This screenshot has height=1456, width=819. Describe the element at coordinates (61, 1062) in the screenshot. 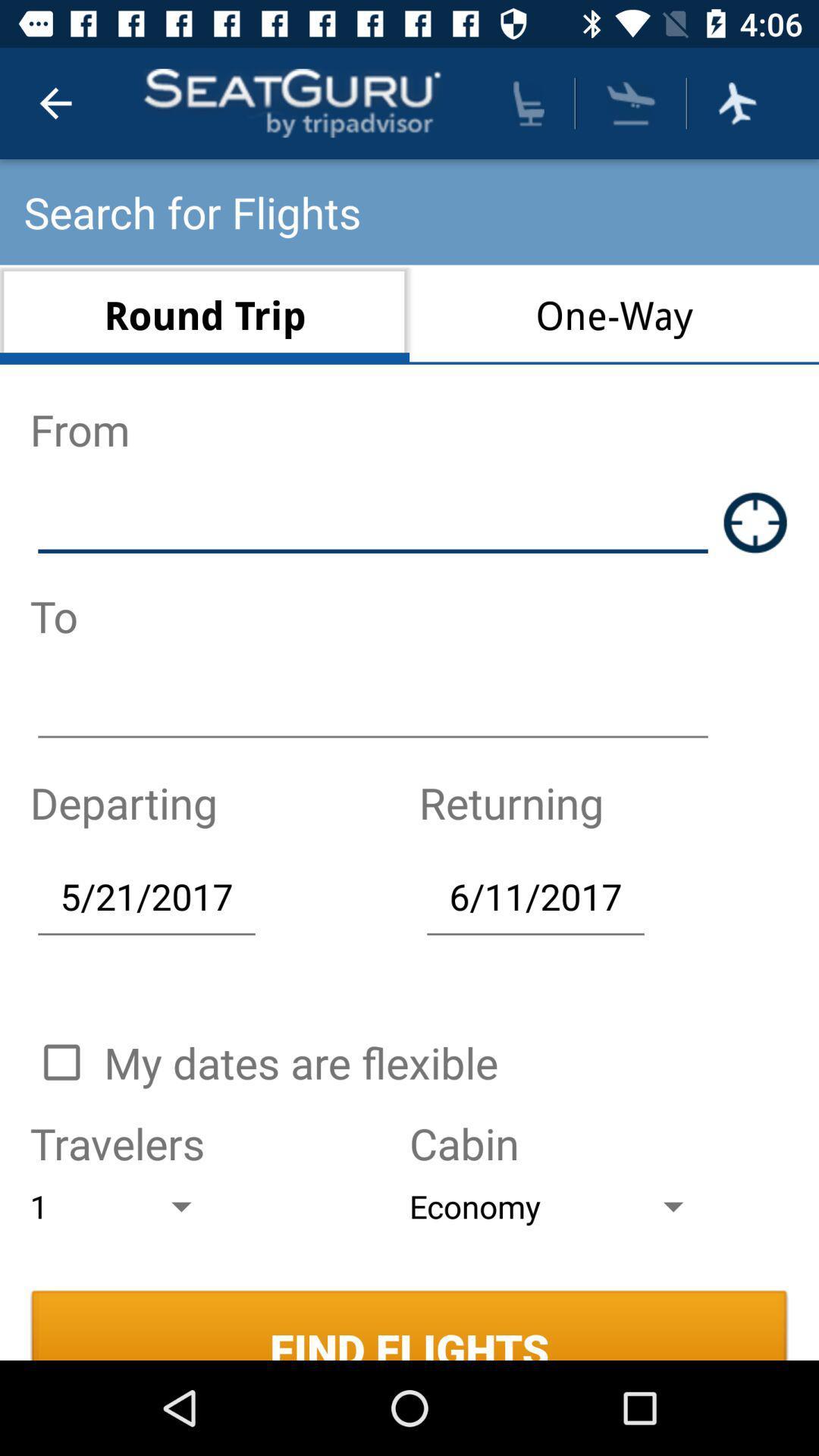

I see `flexible dates` at that location.